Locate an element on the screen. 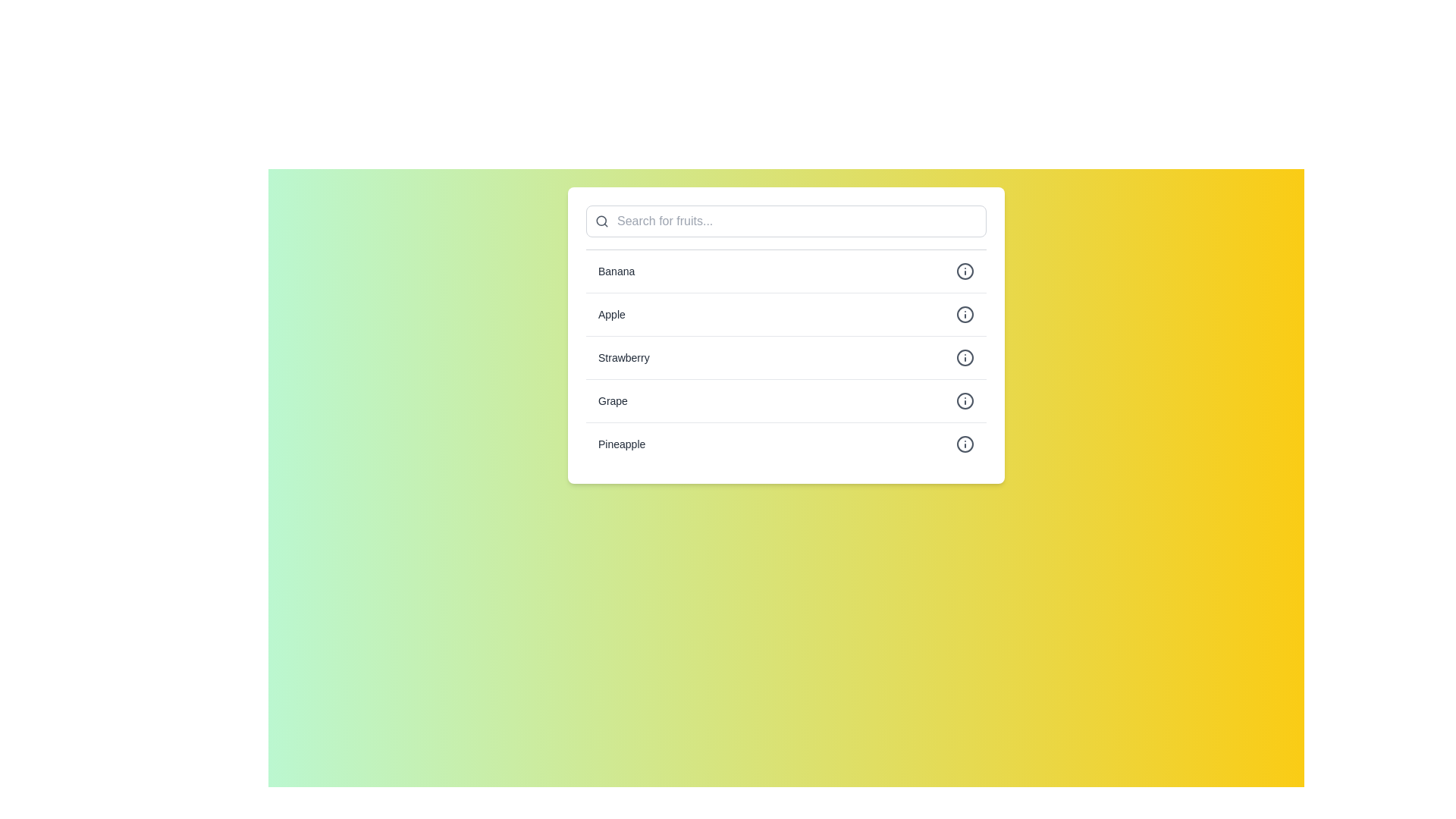  the information icon button located to the far right of the 'Grape' list item is located at coordinates (964, 400).